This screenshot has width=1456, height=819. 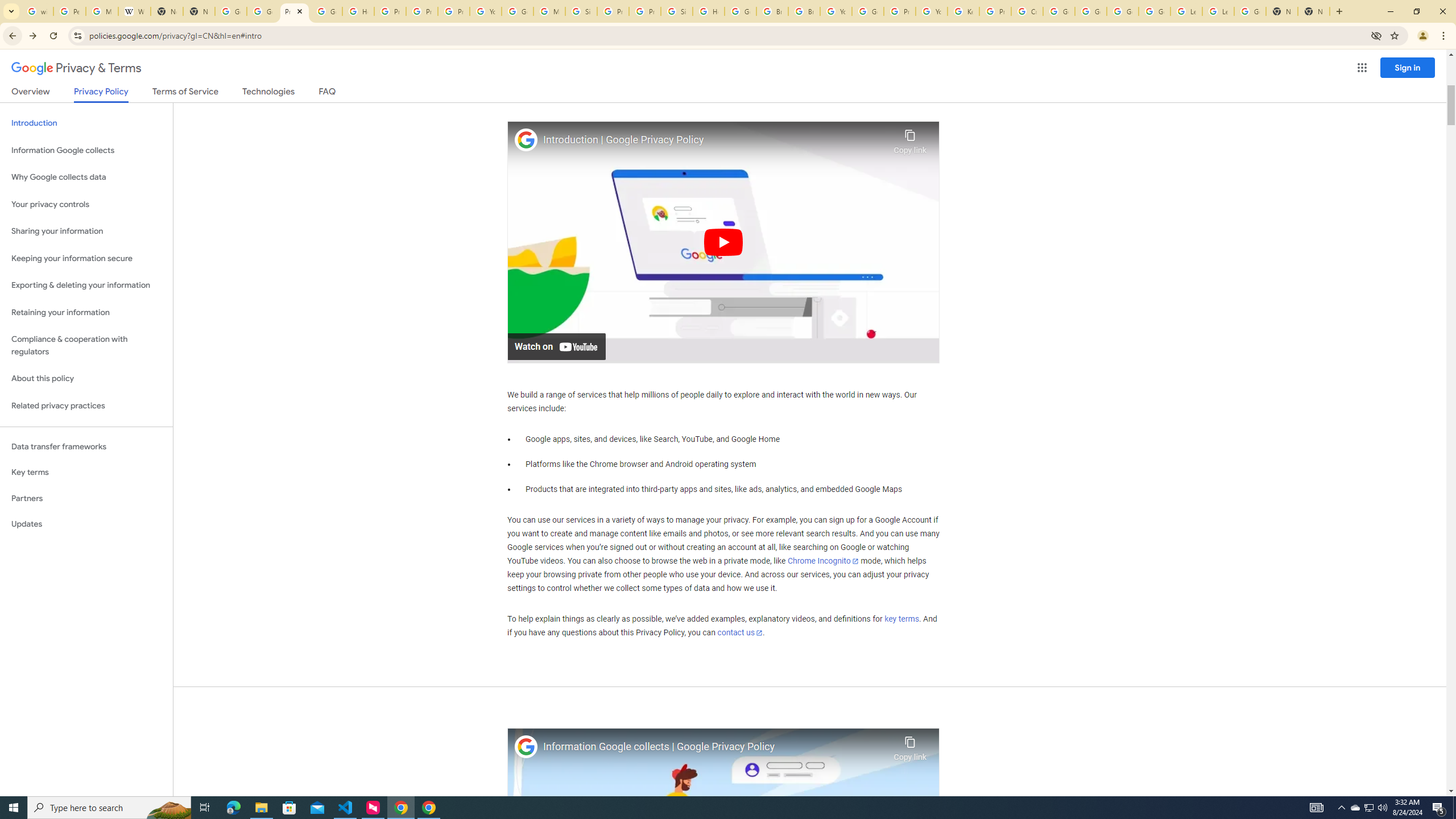 I want to click on 'Information Google collects', so click(x=86, y=150).